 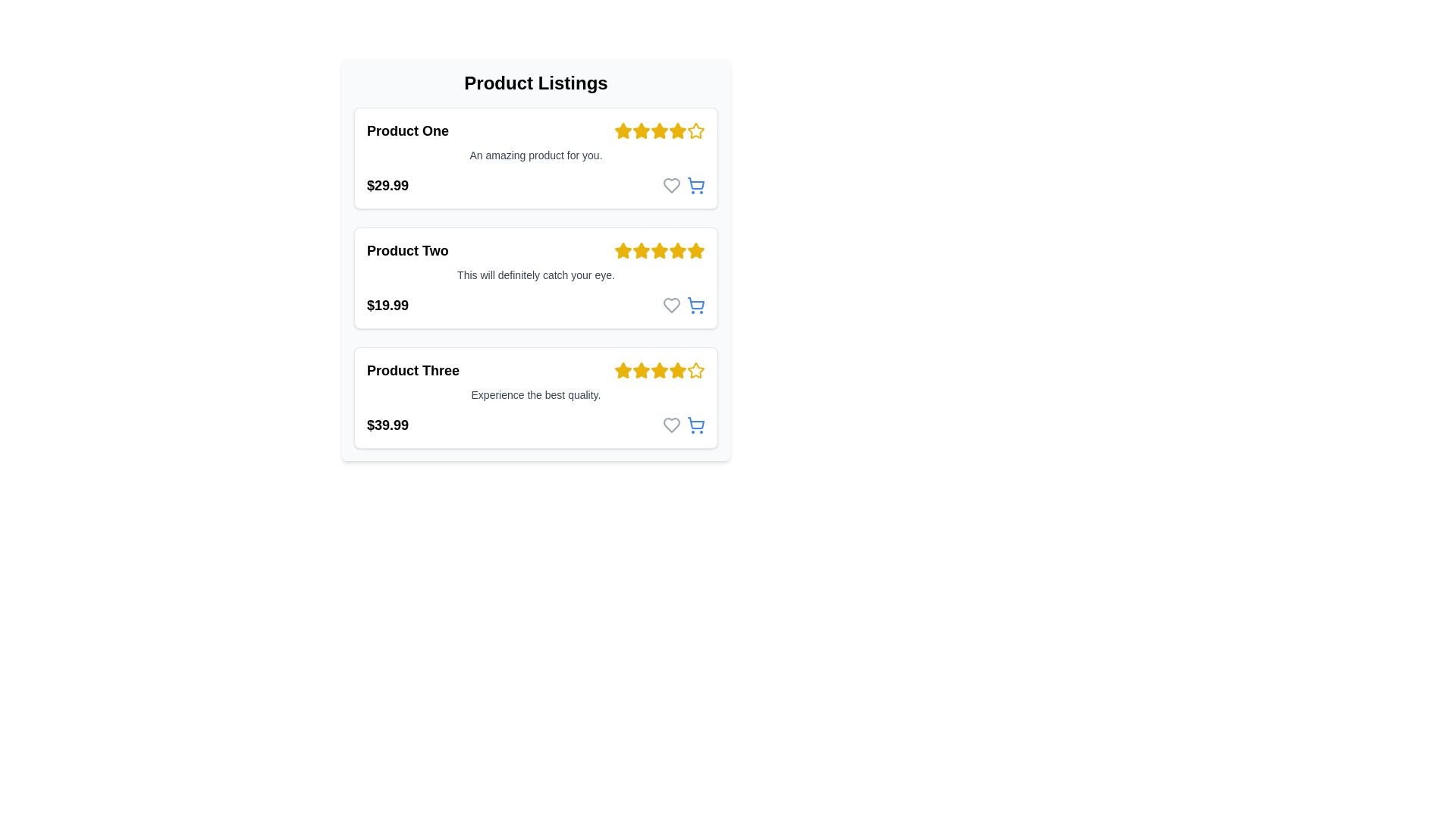 I want to click on the second star icon in the rating display for 'Product One', so click(x=641, y=130).